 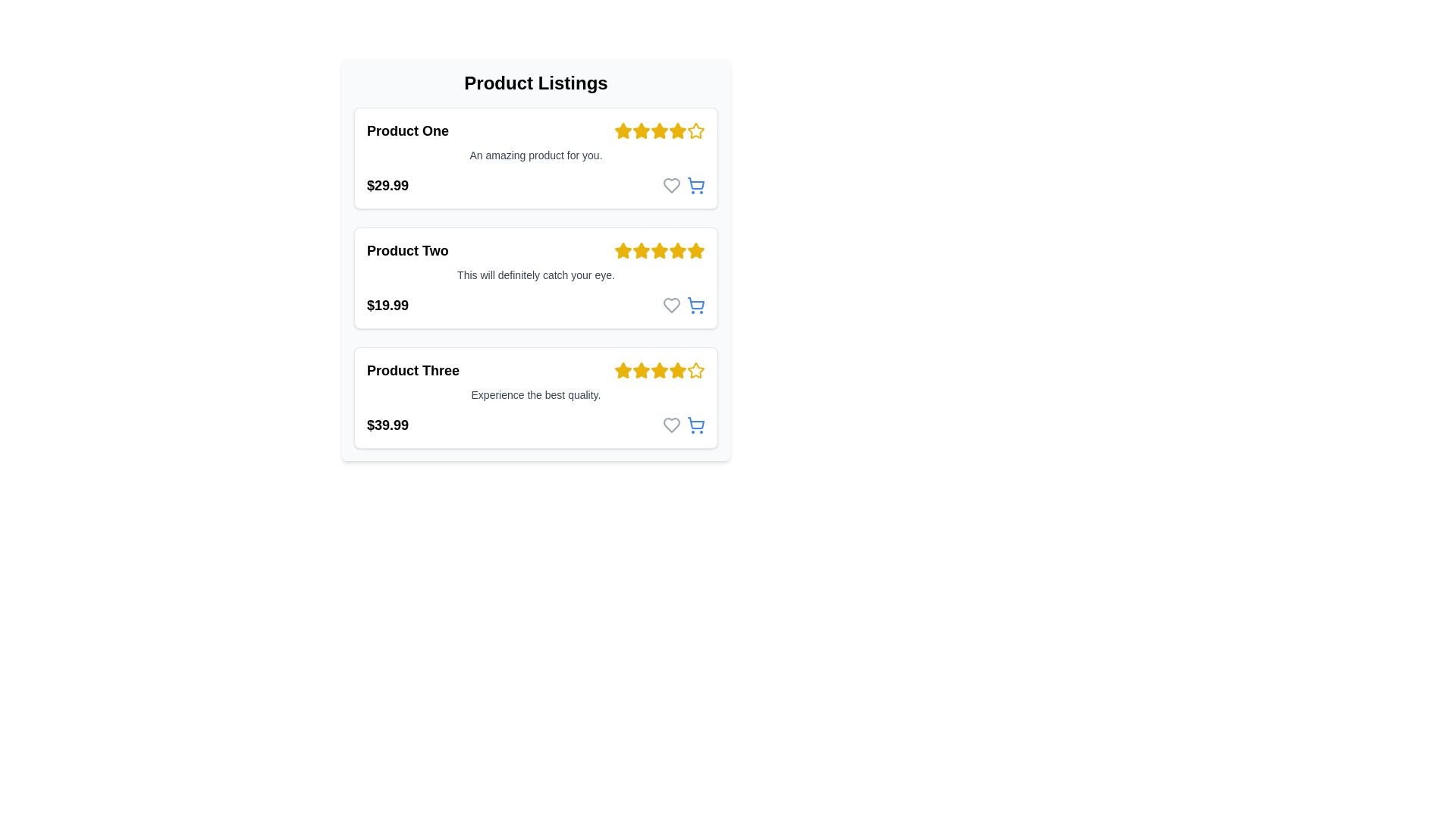 I want to click on the second star icon in the rating display for 'Product One', so click(x=641, y=130).